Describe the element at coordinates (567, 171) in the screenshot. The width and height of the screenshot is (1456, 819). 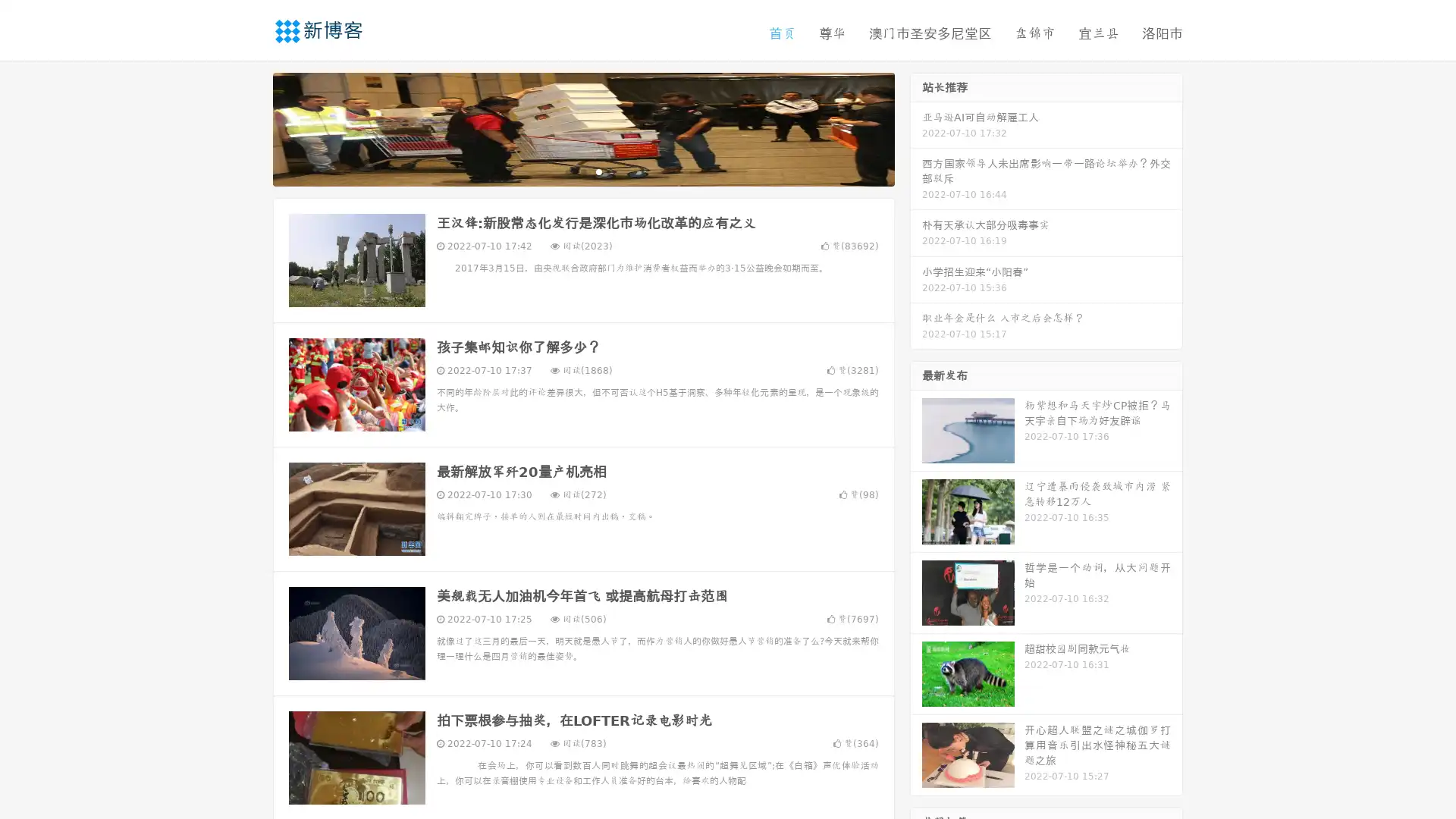
I see `Go to slide 1` at that location.